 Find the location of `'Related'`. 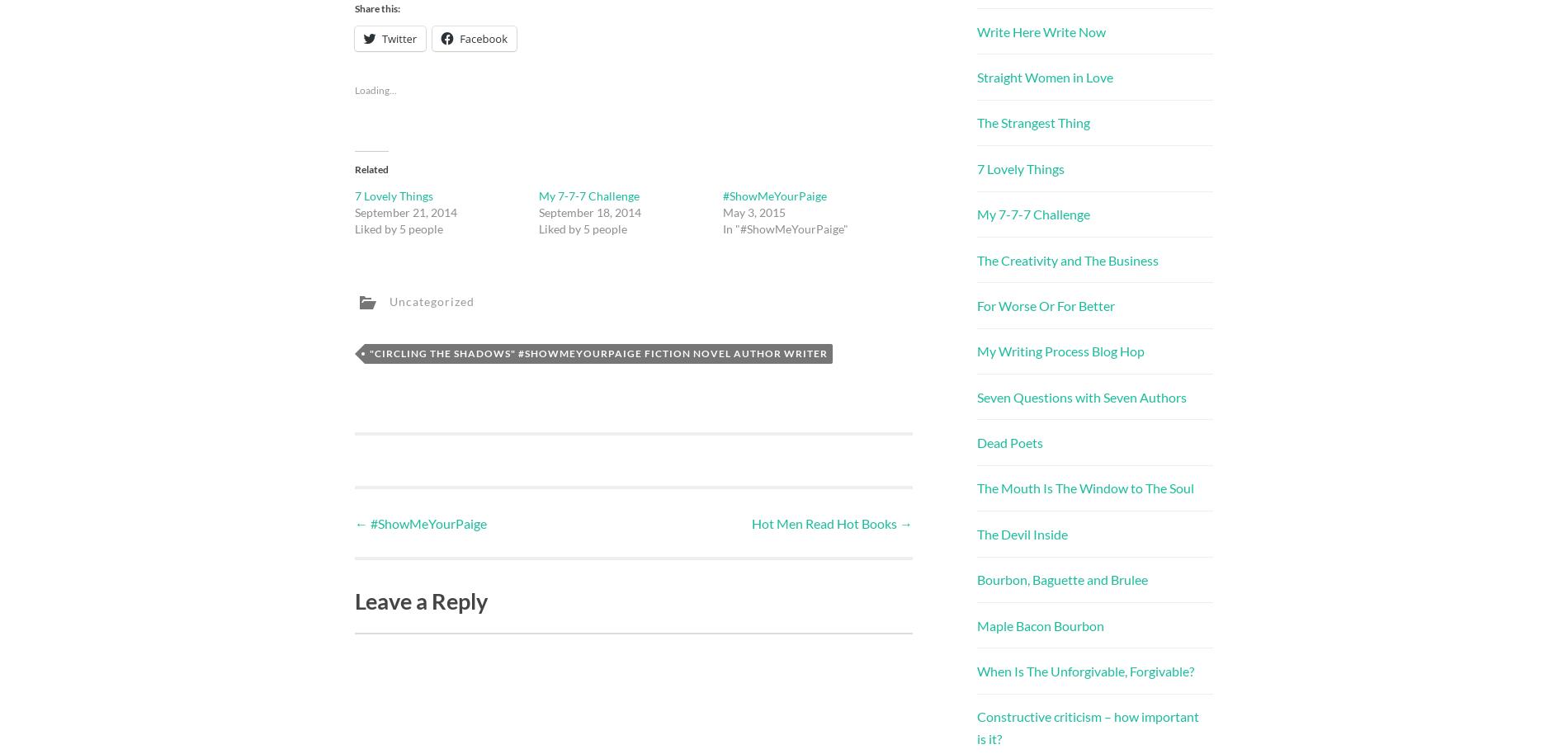

'Related' is located at coordinates (353, 168).